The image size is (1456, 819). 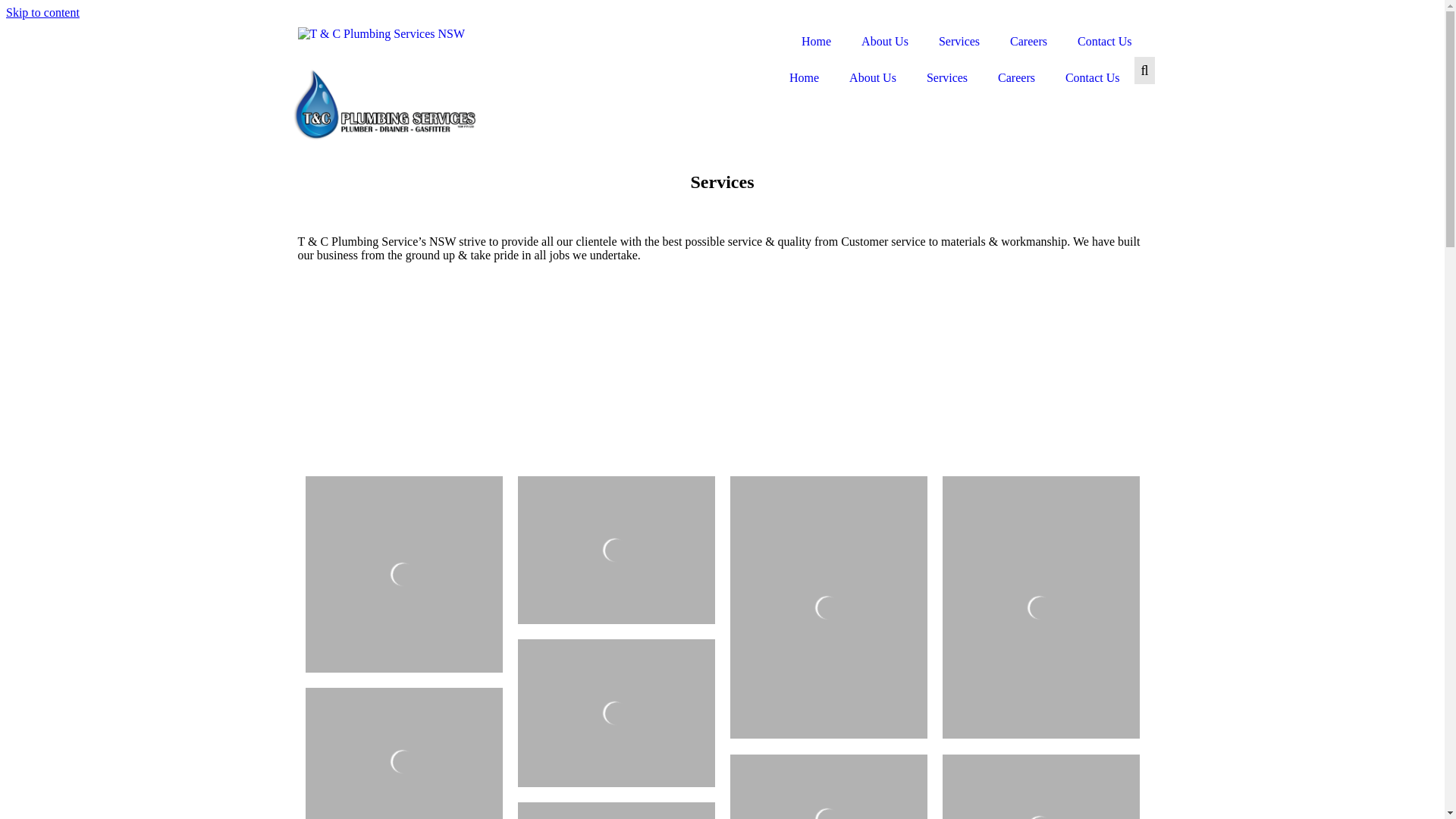 I want to click on 'Careers', so click(x=994, y=40).